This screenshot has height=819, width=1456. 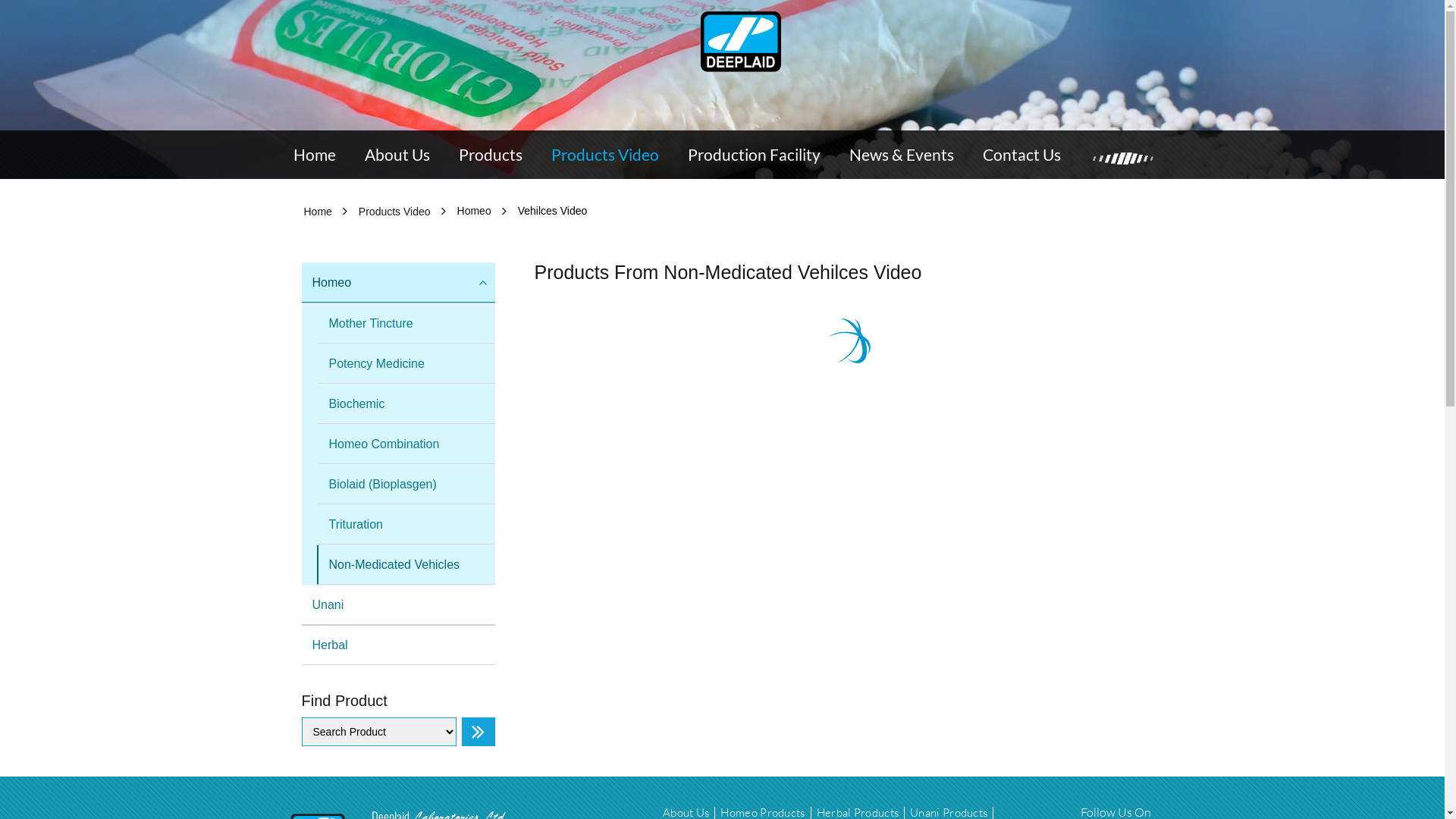 I want to click on 'Non-Medicated Vehicles', so click(x=406, y=564).